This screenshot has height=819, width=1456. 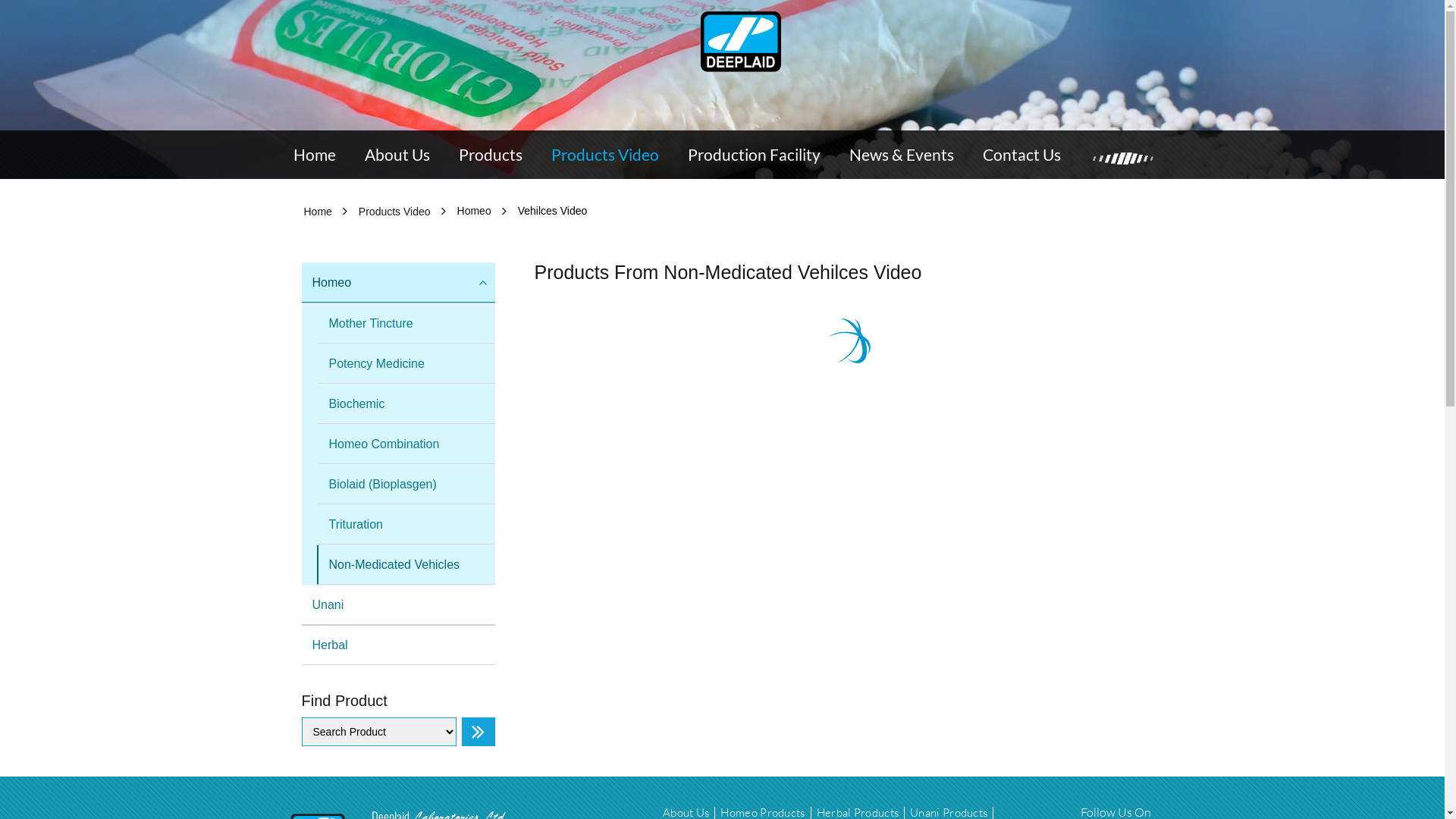 I want to click on 'Non-Medicated Vehicles', so click(x=406, y=564).